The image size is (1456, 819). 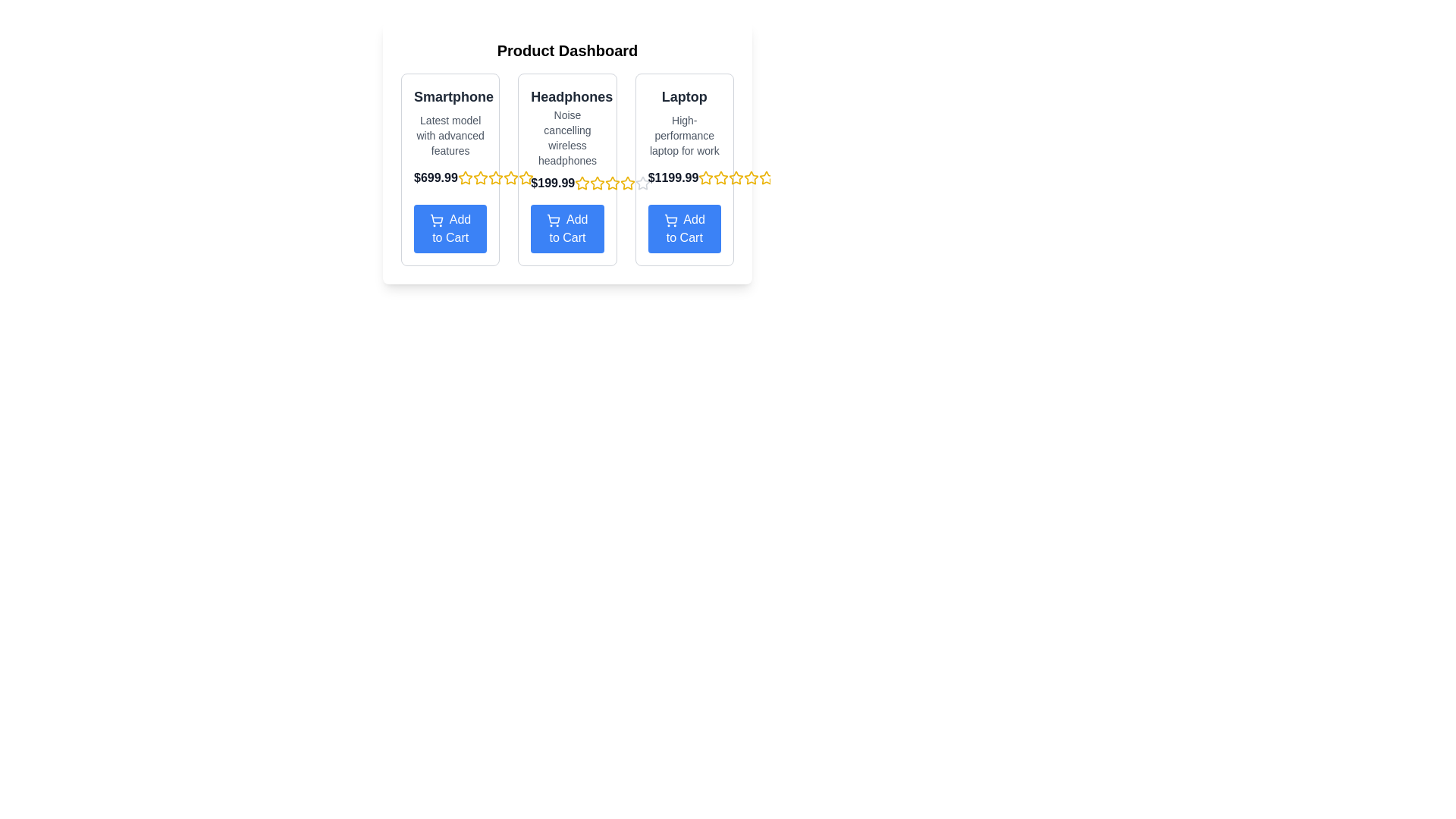 I want to click on the price text label under the 'Headphones' column, which is located just above the star ratings and 'Add to Cart' button, so click(x=552, y=183).